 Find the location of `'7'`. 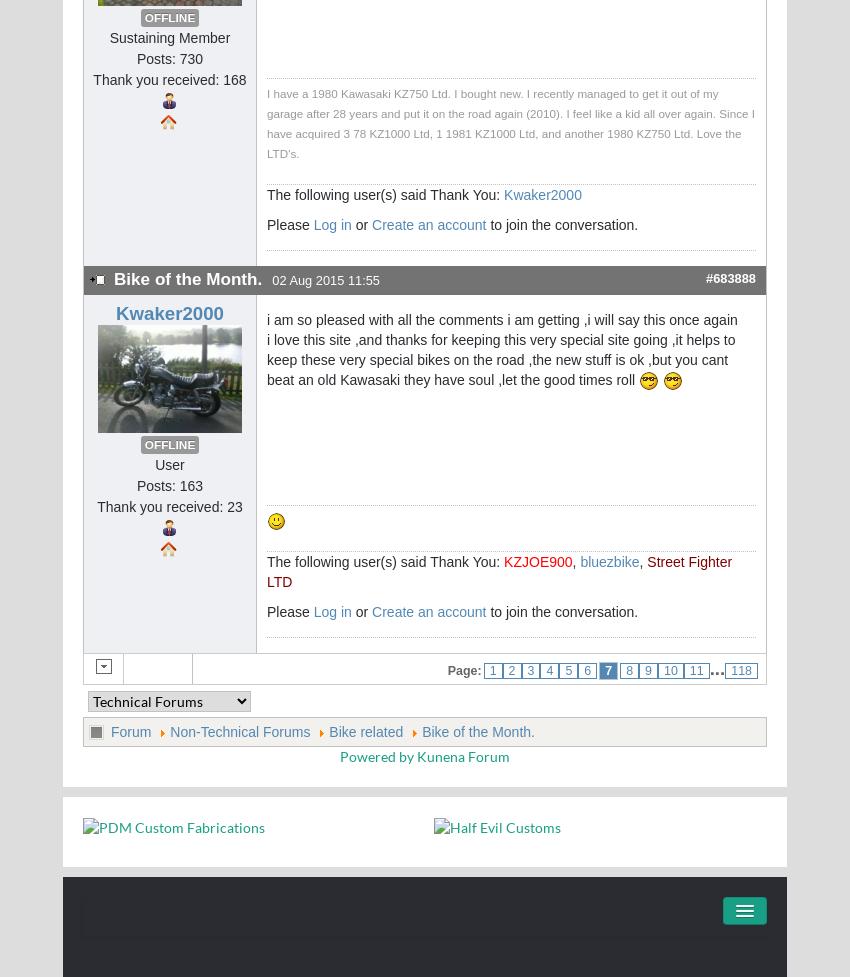

'7' is located at coordinates (607, 671).